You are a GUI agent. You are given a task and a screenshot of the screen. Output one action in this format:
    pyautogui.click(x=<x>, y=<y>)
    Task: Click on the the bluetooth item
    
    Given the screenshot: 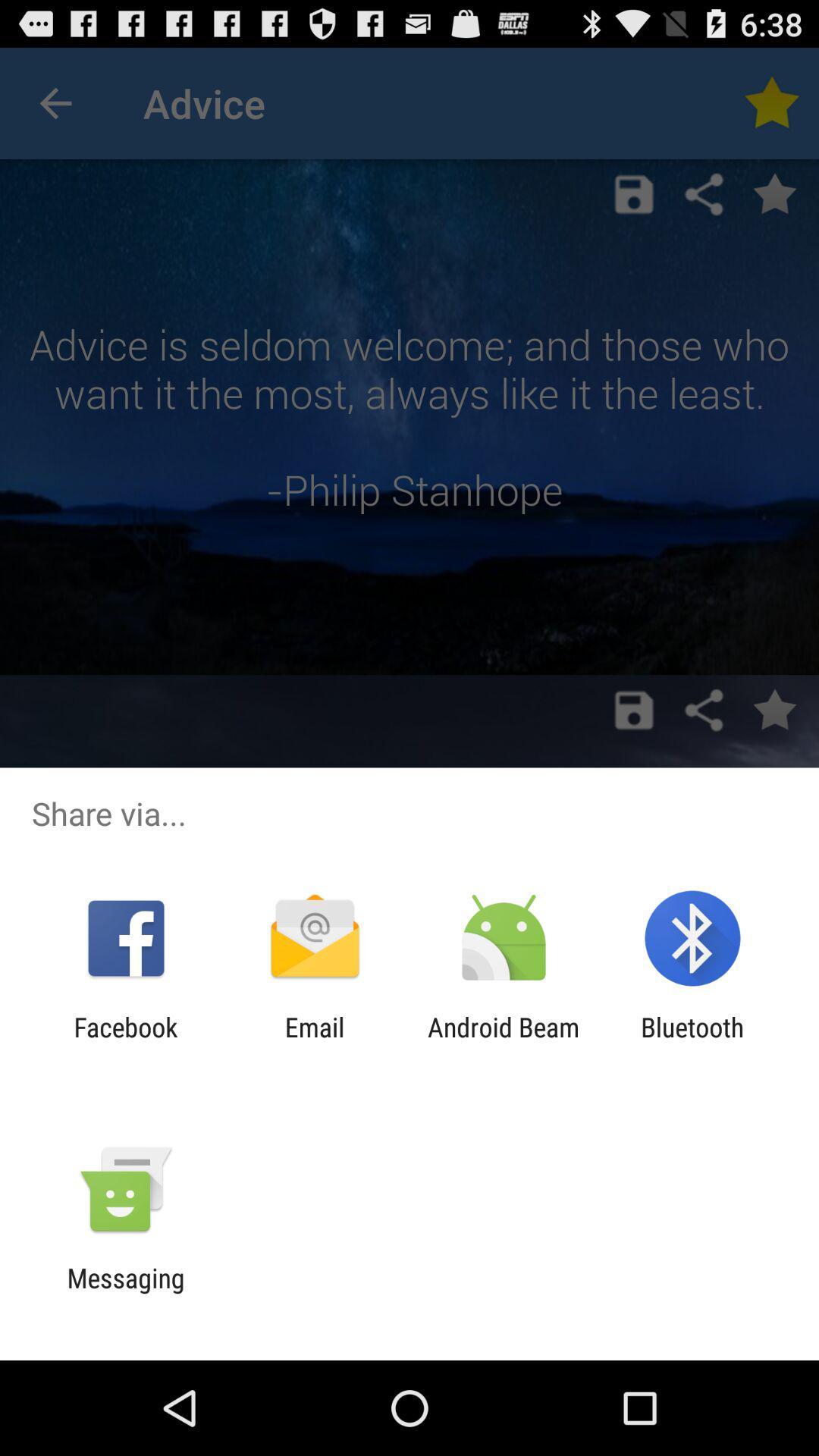 What is the action you would take?
    pyautogui.click(x=692, y=1042)
    